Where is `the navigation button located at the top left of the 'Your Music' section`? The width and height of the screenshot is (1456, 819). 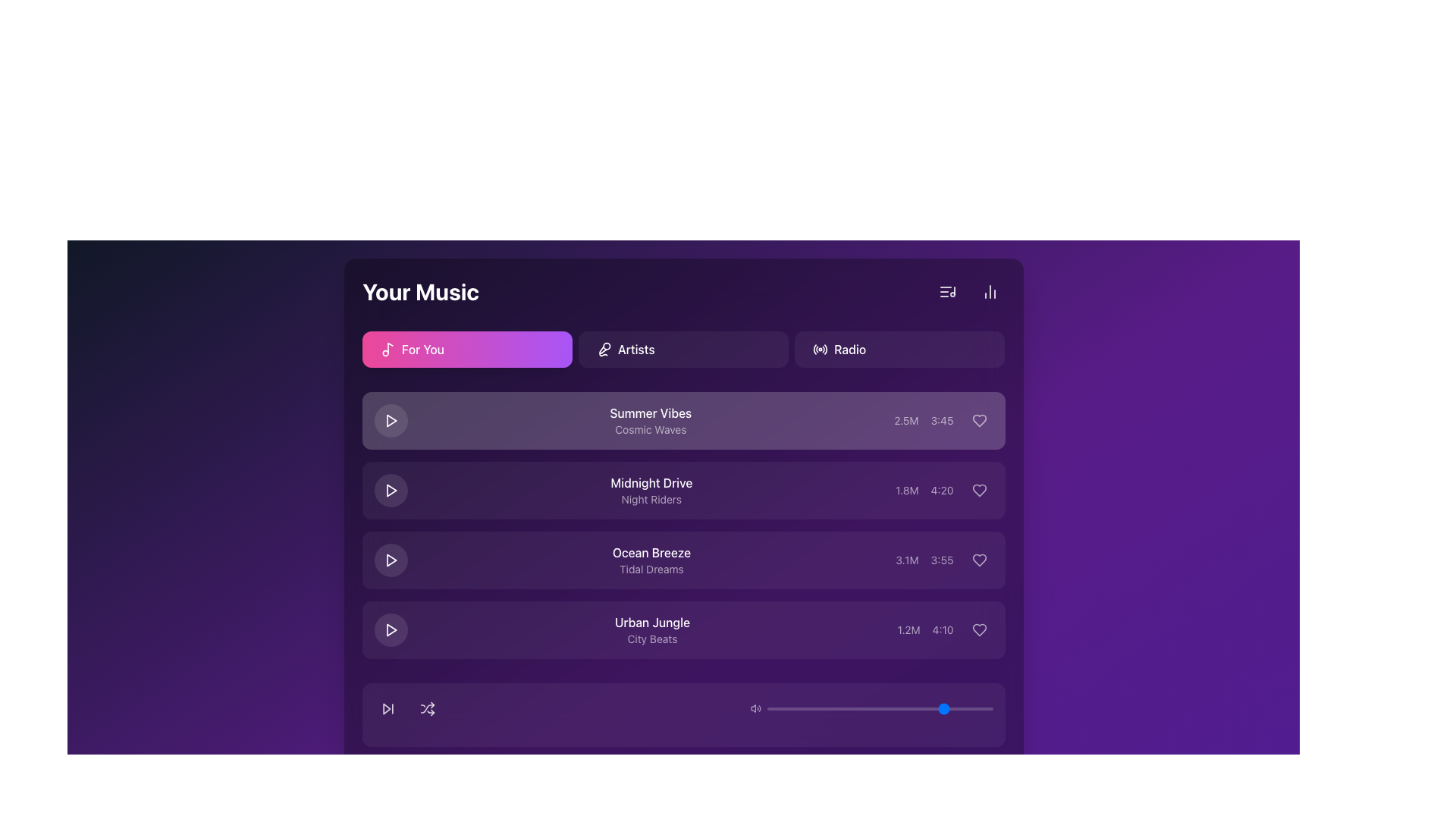
the navigation button located at the top left of the 'Your Music' section is located at coordinates (466, 350).